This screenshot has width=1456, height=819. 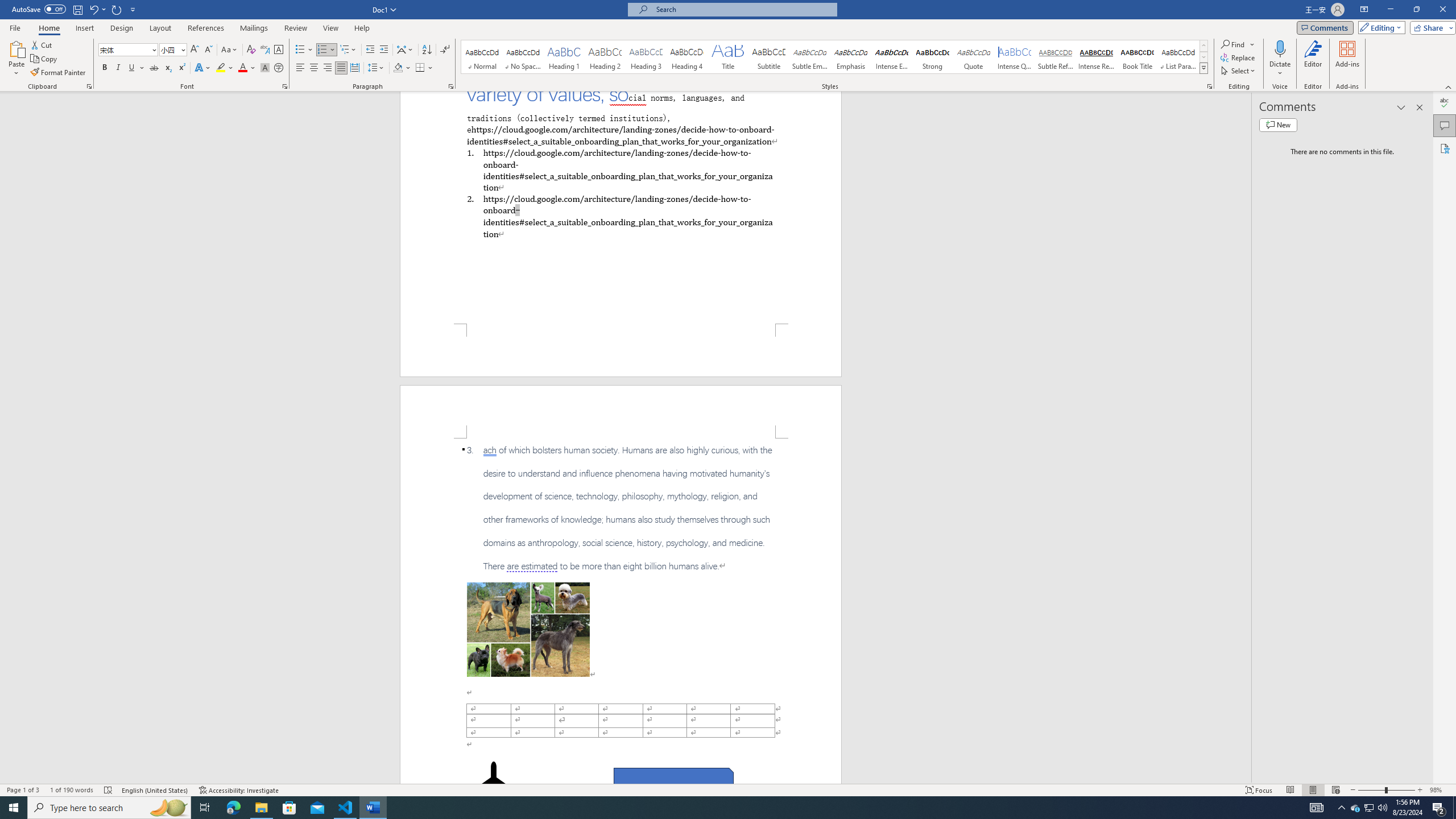 What do you see at coordinates (201, 67) in the screenshot?
I see `'Text Effects and Typography'` at bounding box center [201, 67].